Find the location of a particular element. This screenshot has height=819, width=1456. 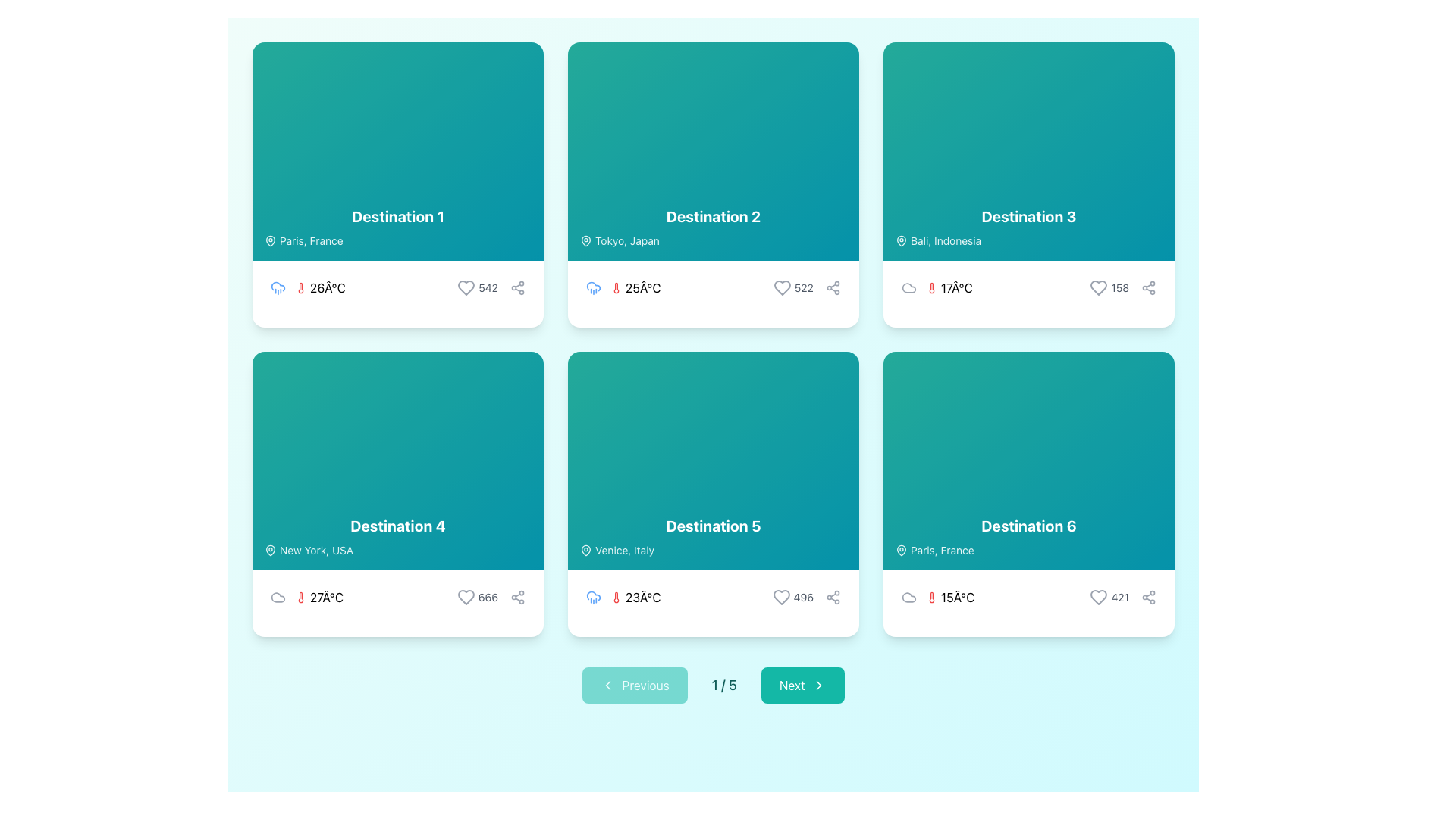

the heart-shaped icon filled with red color located in the lower segment of the card labeled 'Destination 4' is located at coordinates (465, 596).